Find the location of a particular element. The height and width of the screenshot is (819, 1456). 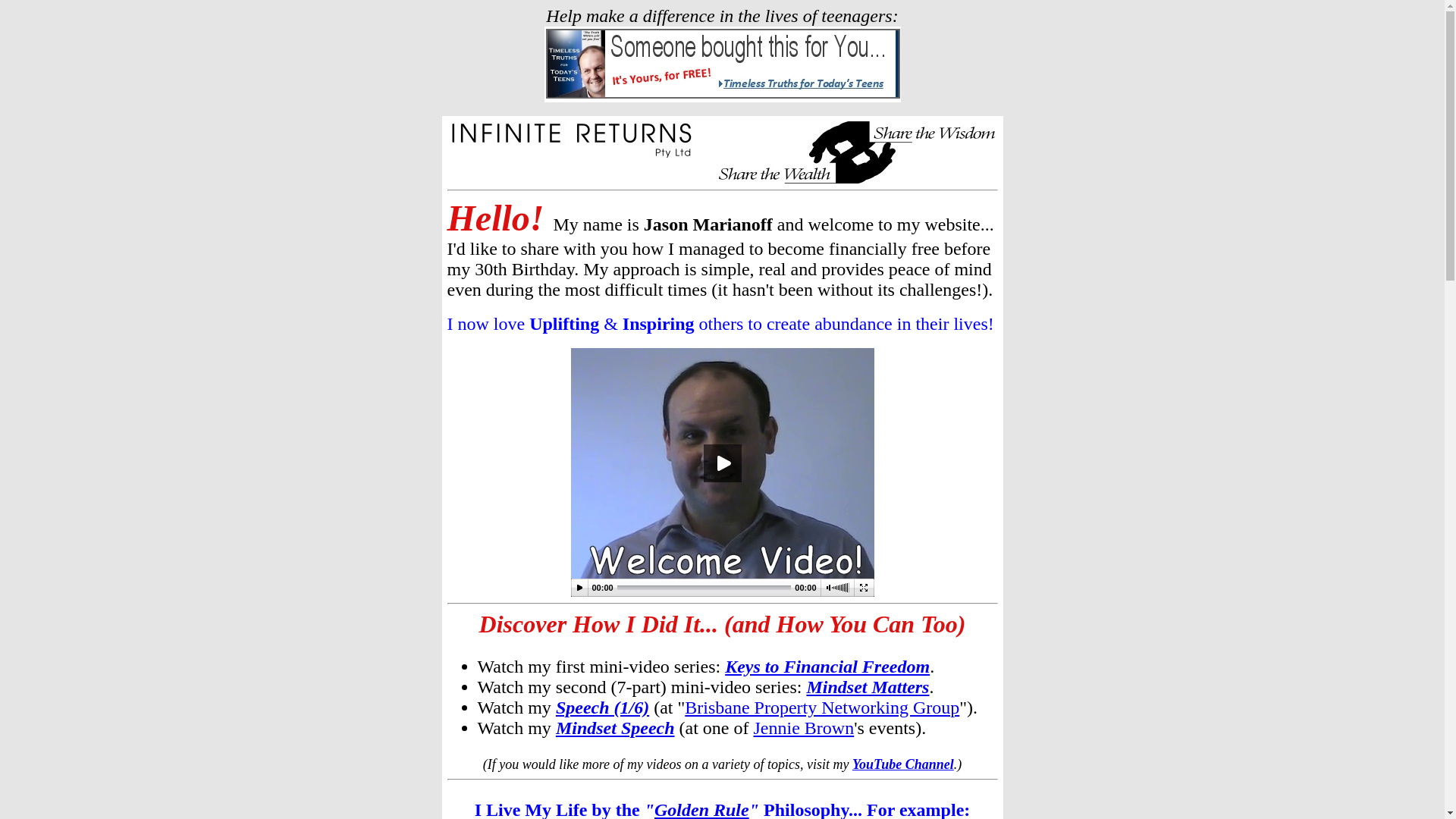

'YouTube Channel' is located at coordinates (852, 764).